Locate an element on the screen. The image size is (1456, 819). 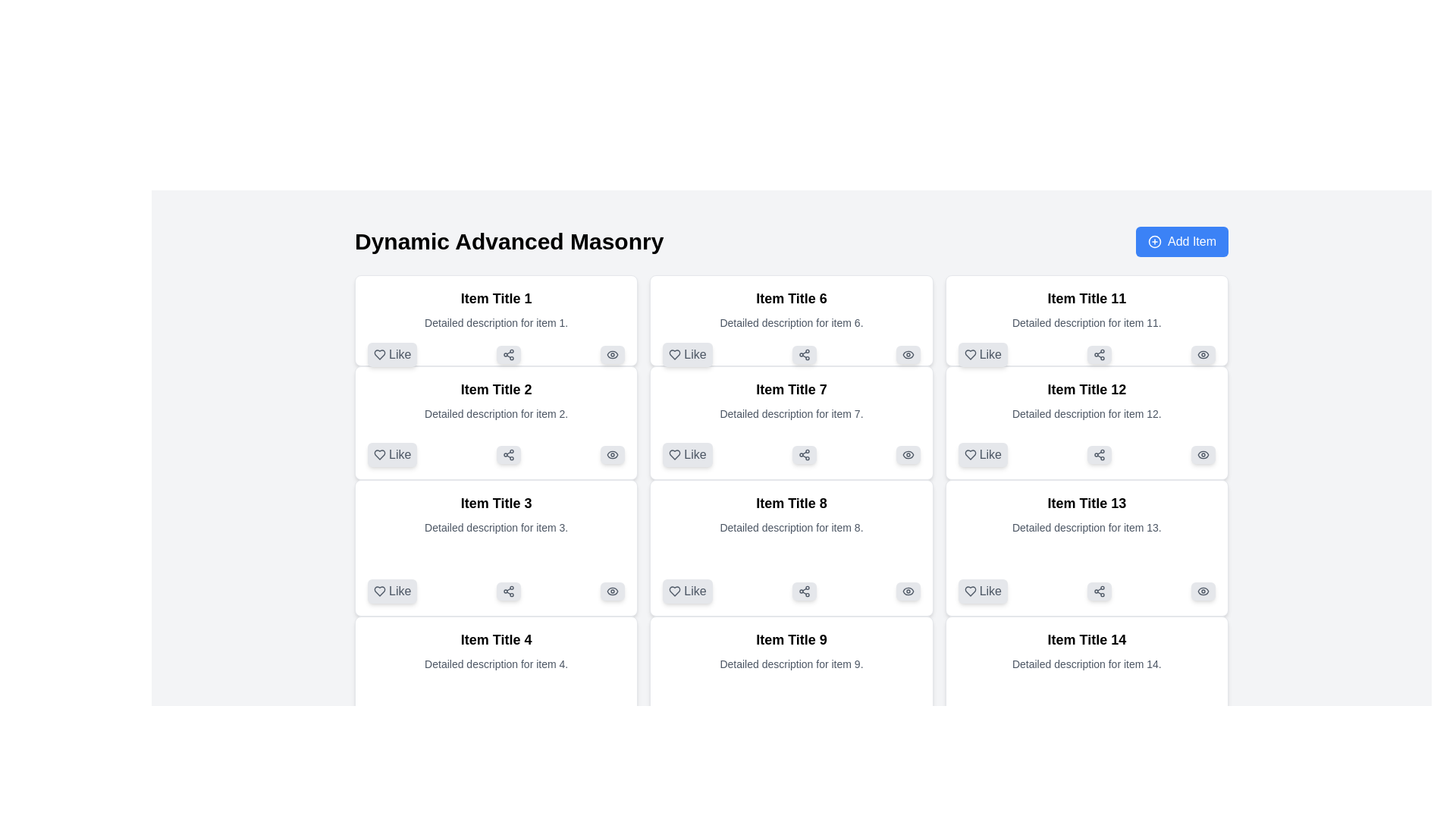
the text element displaying 'Item Title 6' is located at coordinates (790, 298).